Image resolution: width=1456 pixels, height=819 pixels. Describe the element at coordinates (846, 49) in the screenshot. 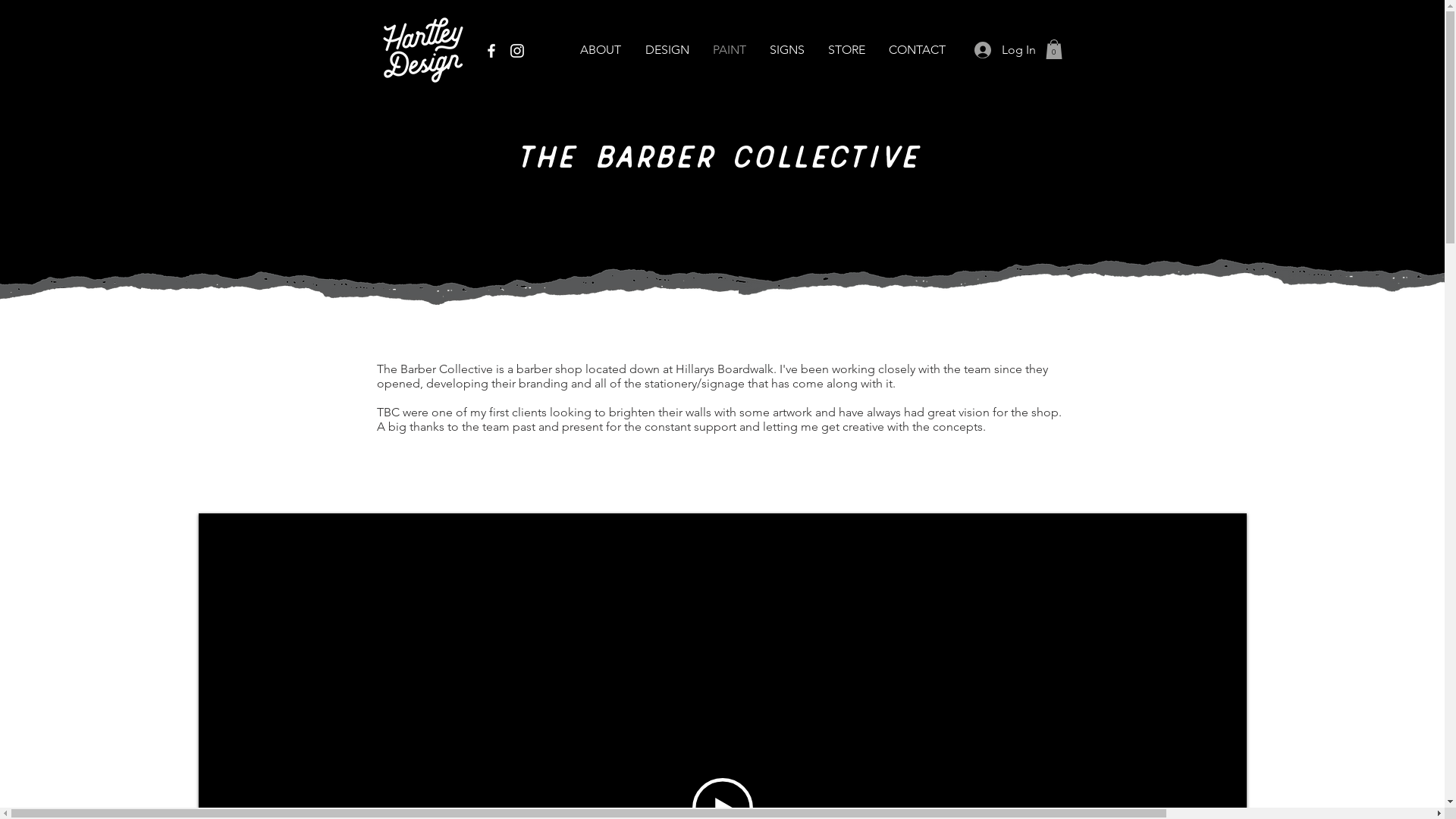

I see `'STORE'` at that location.